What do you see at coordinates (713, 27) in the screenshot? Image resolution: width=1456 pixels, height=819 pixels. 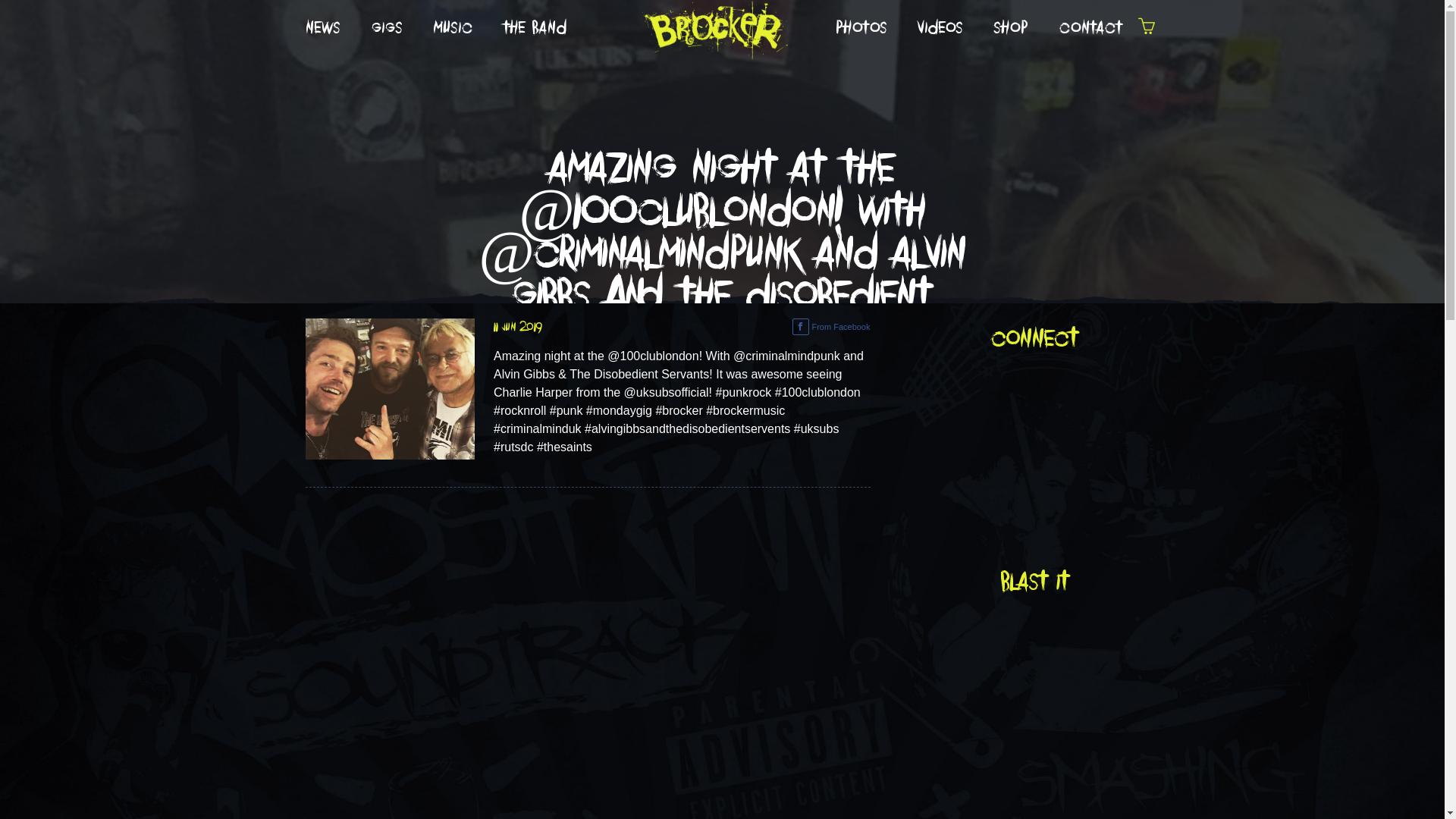 I see `'BROCKER'` at bounding box center [713, 27].